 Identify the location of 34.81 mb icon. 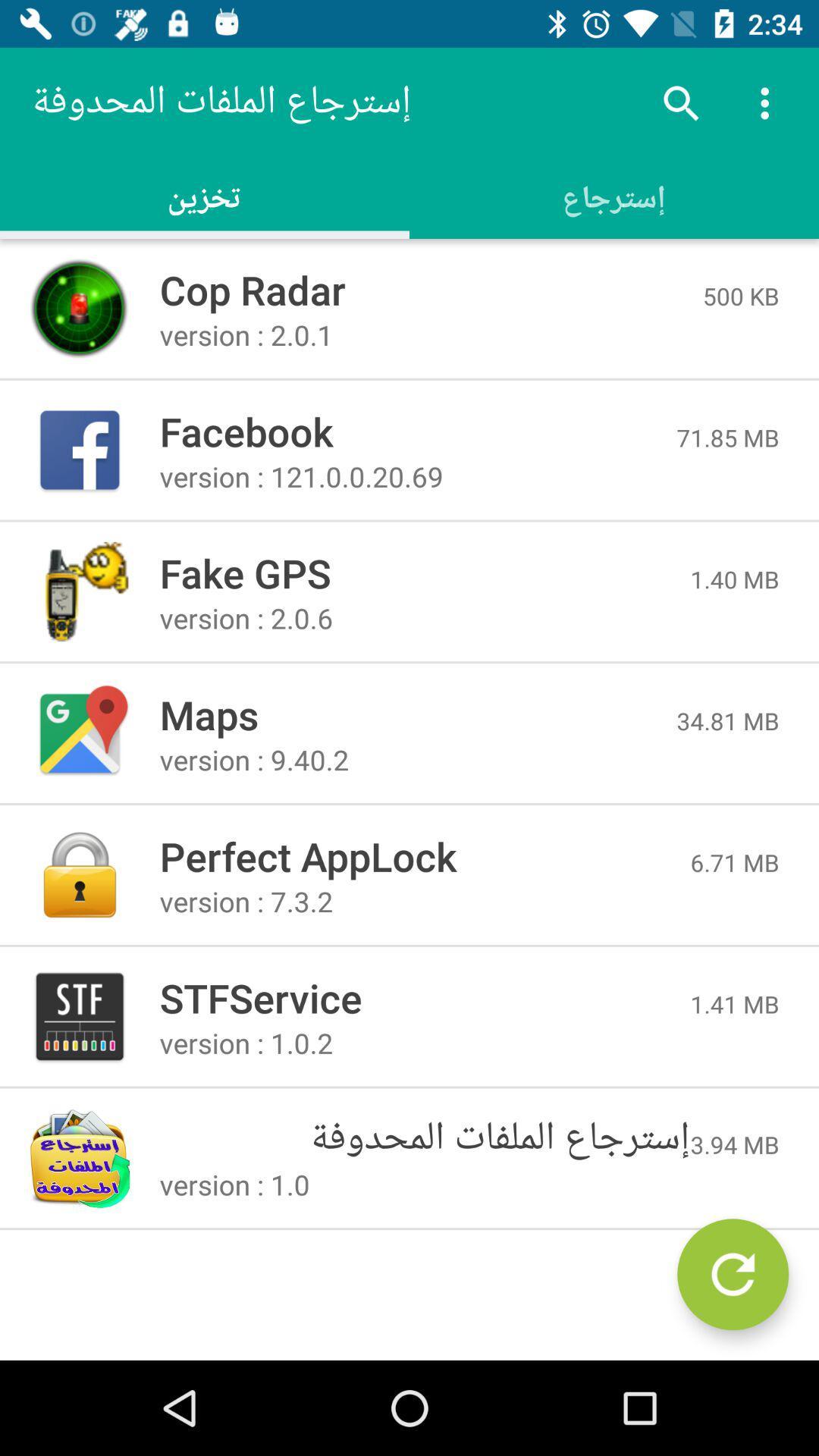
(727, 720).